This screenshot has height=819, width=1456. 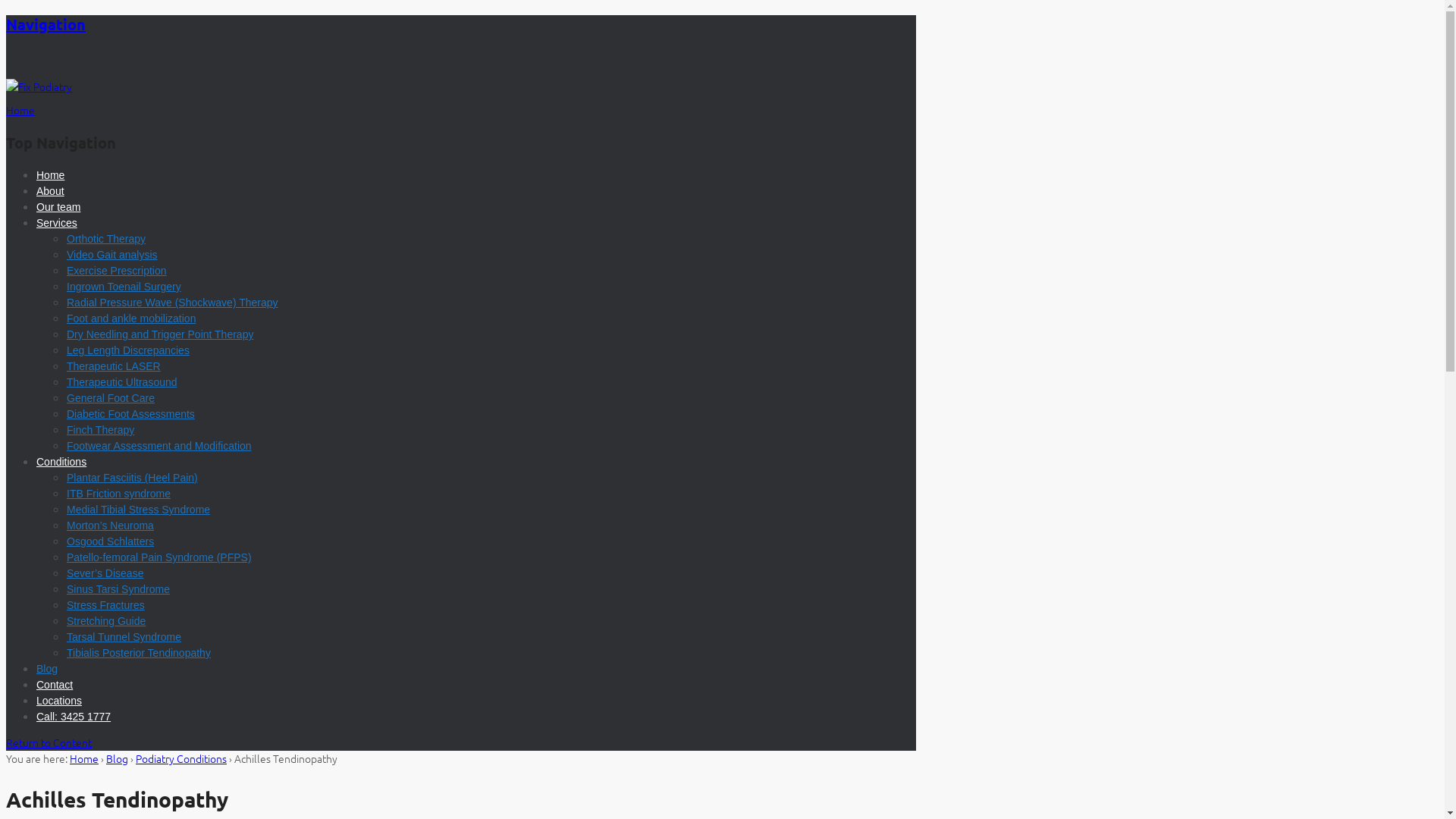 What do you see at coordinates (115, 270) in the screenshot?
I see `'Exercise Prescription'` at bounding box center [115, 270].